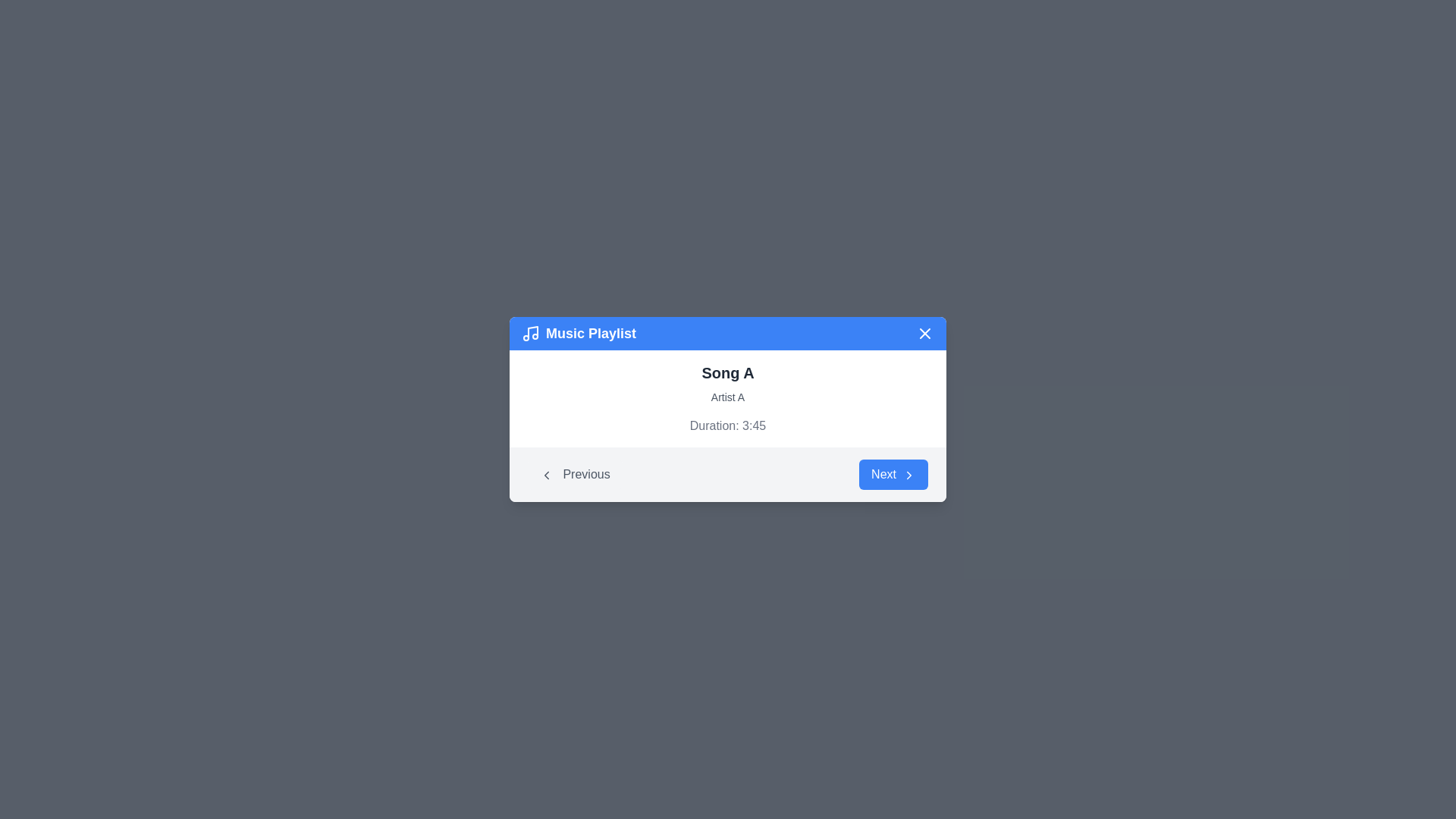 The image size is (1456, 819). Describe the element at coordinates (531, 332) in the screenshot. I see `decorative icon for the 'Music Playlist' header located to the far left of the title using developer tools` at that location.